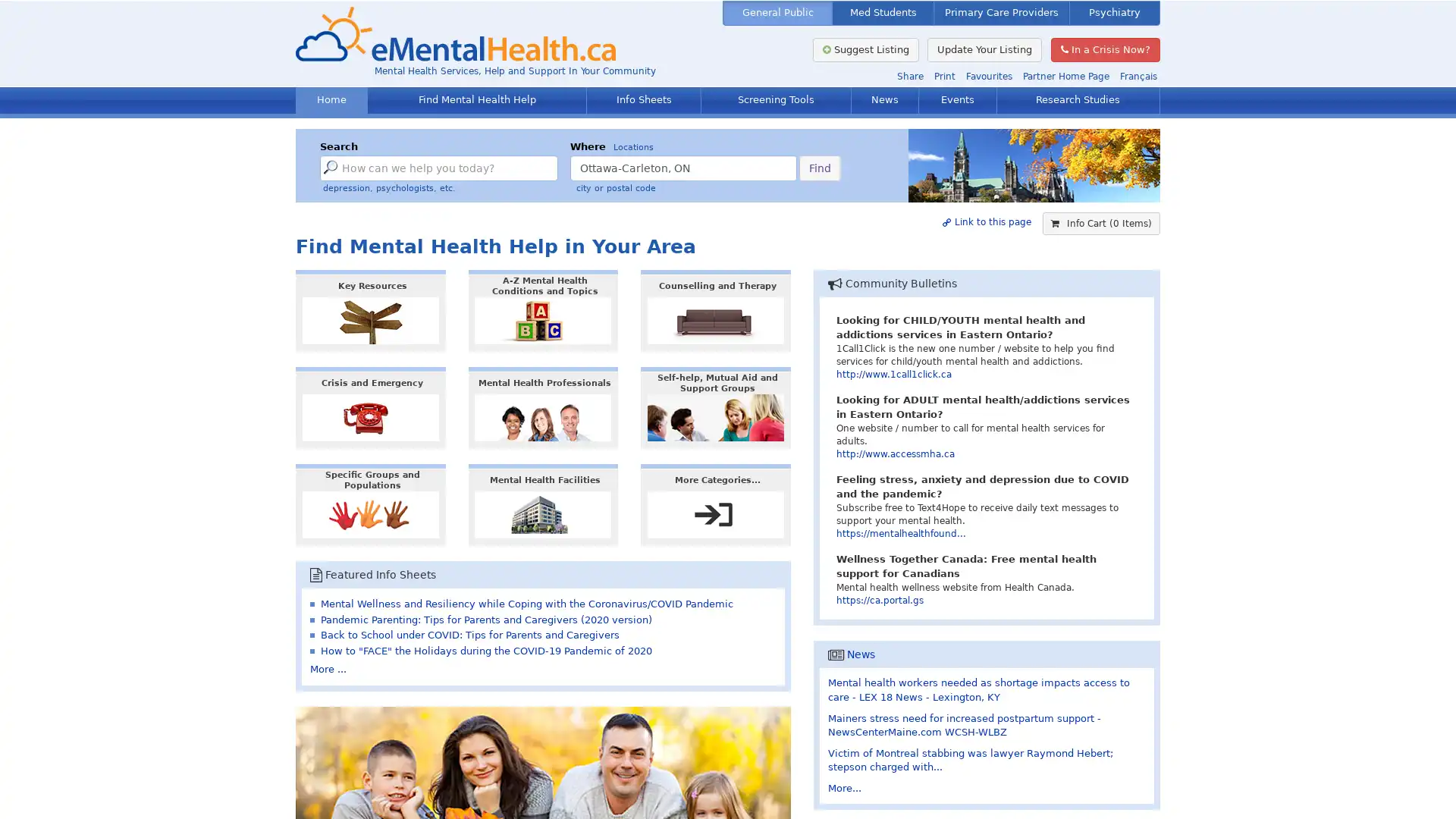 This screenshot has height=819, width=1456. What do you see at coordinates (1101, 222) in the screenshot?
I see `Info Cart (0 Items)` at bounding box center [1101, 222].